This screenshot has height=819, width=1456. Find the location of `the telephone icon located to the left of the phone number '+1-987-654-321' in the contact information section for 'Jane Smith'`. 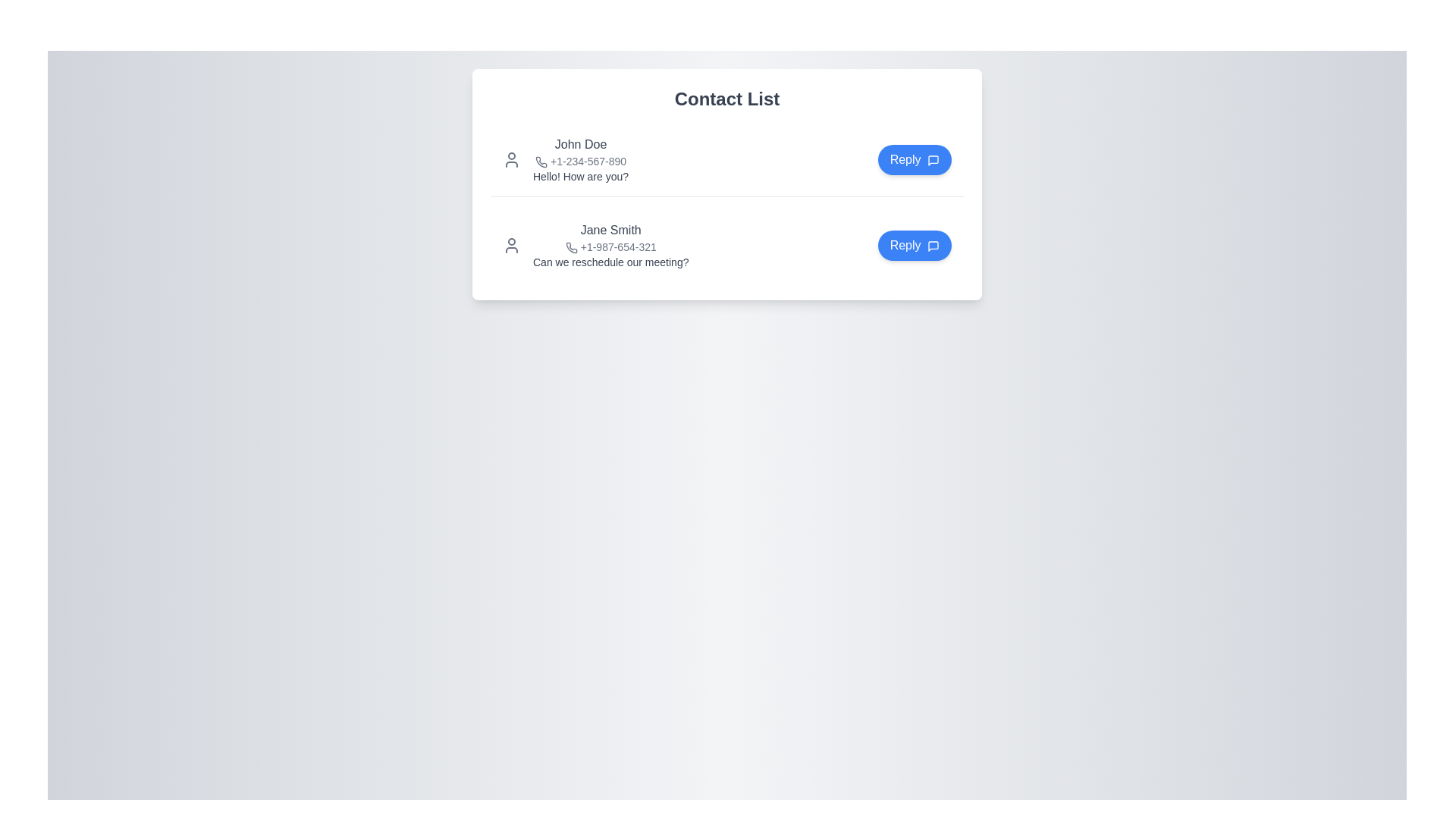

the telephone icon located to the left of the phone number '+1-987-654-321' in the contact information section for 'Jane Smith' is located at coordinates (570, 247).